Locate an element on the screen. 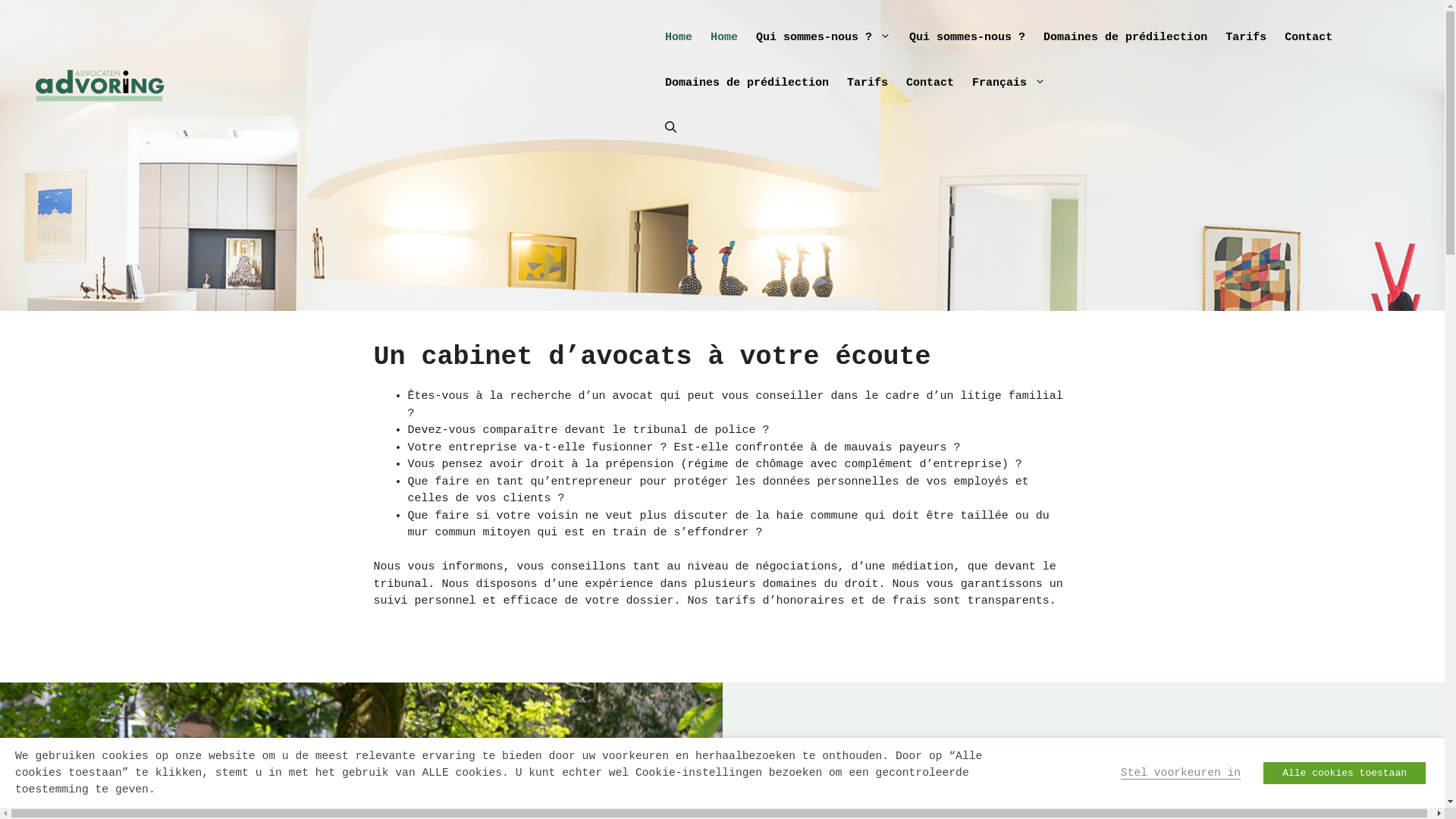  'Qui sommes-nous ?' is located at coordinates (822, 37).